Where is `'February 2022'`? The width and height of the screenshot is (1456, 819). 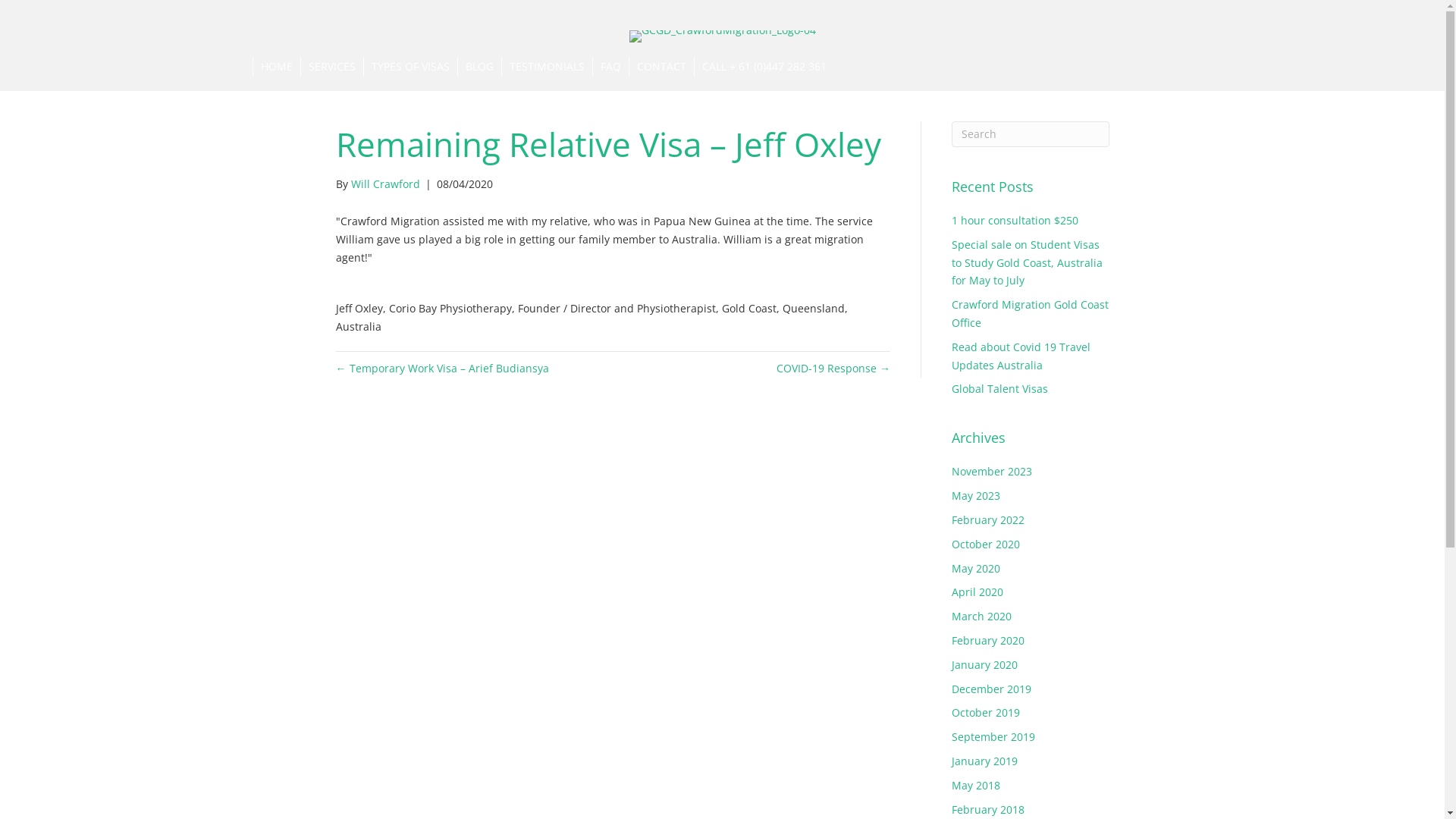
'February 2022' is located at coordinates (987, 519).